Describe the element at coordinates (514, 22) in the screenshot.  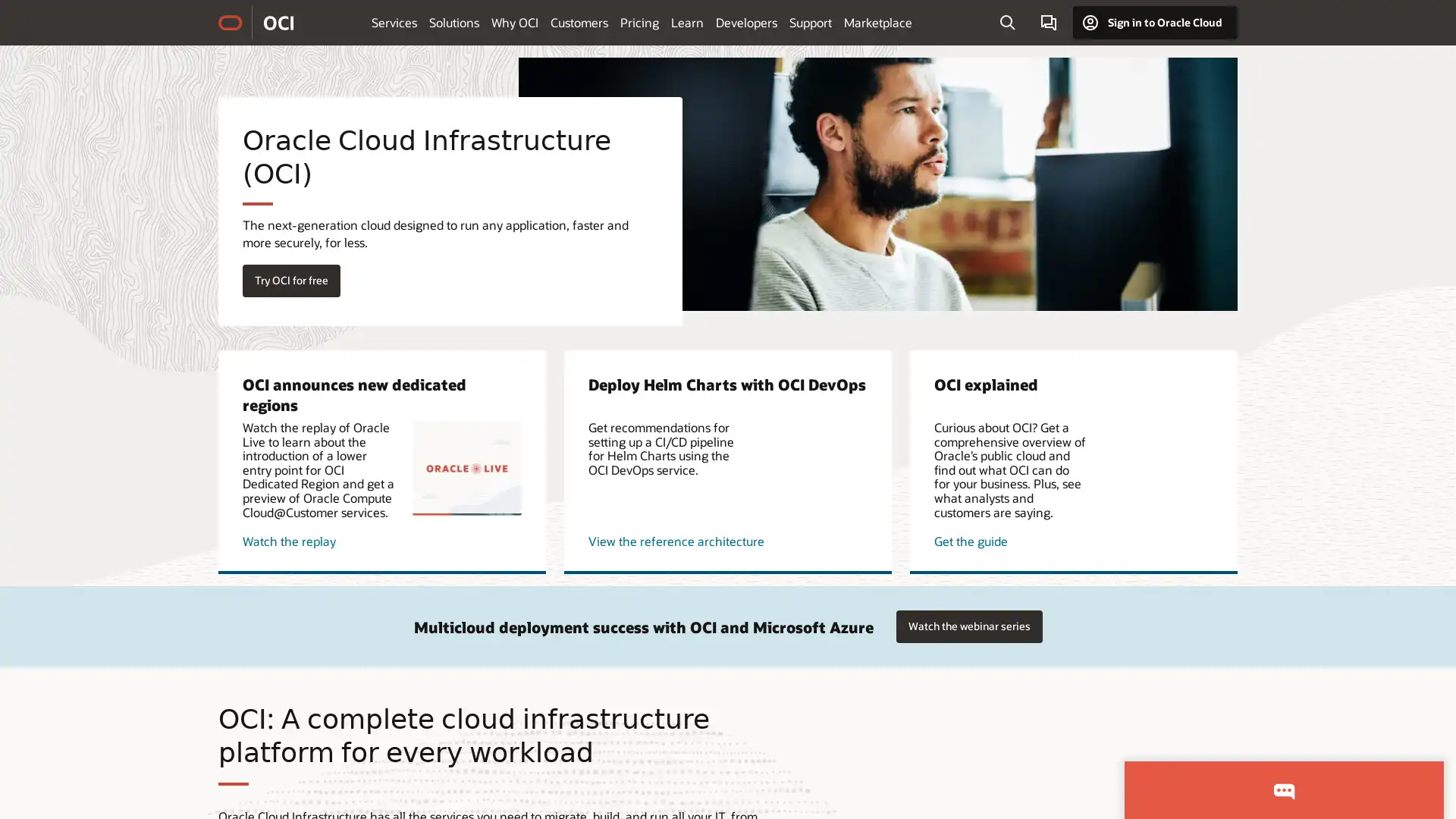
I see `Why OCI` at that location.